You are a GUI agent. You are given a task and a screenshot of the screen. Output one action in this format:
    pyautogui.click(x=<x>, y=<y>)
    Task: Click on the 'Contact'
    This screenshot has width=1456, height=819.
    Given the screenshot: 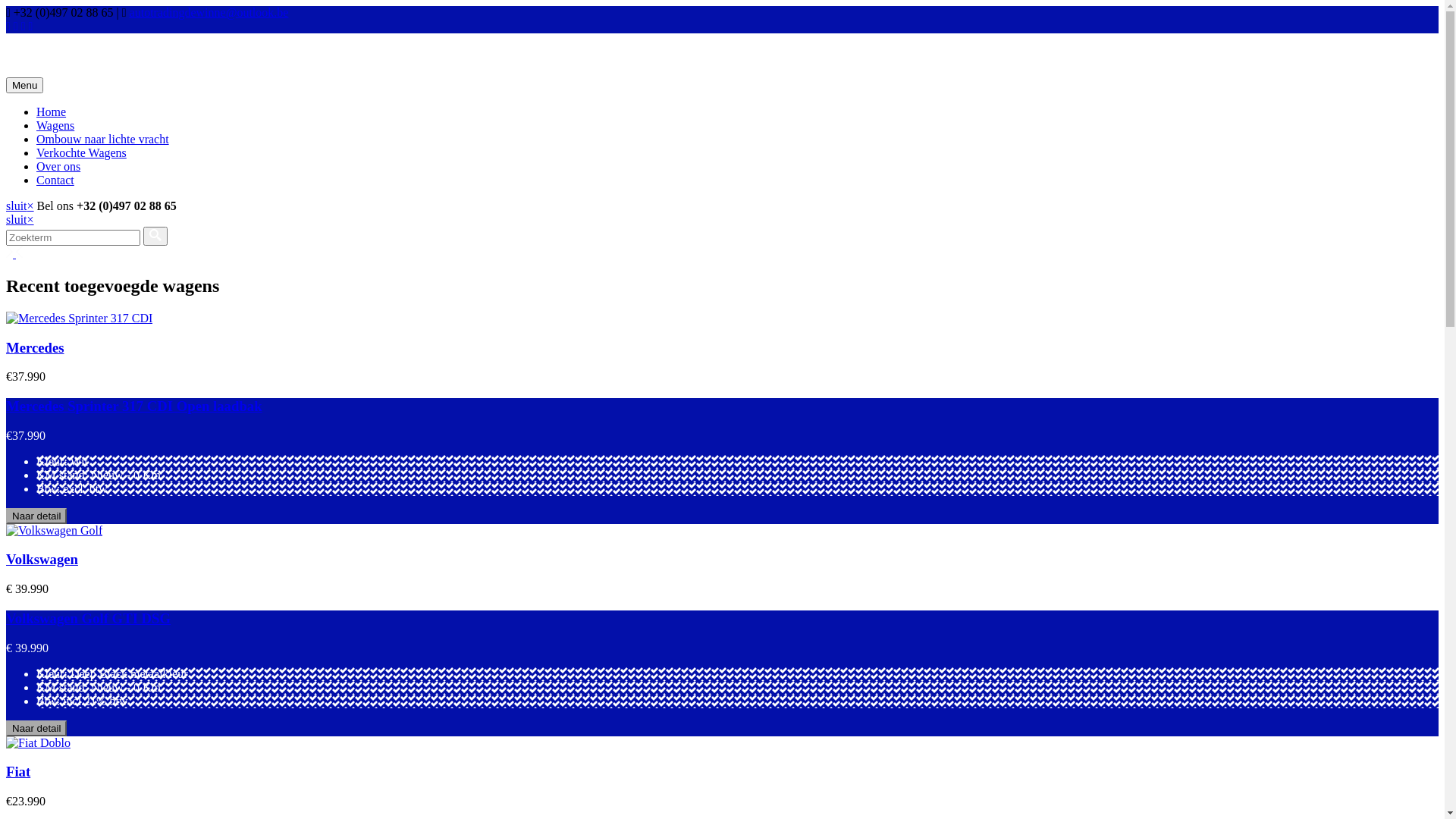 What is the action you would take?
    pyautogui.click(x=55, y=179)
    